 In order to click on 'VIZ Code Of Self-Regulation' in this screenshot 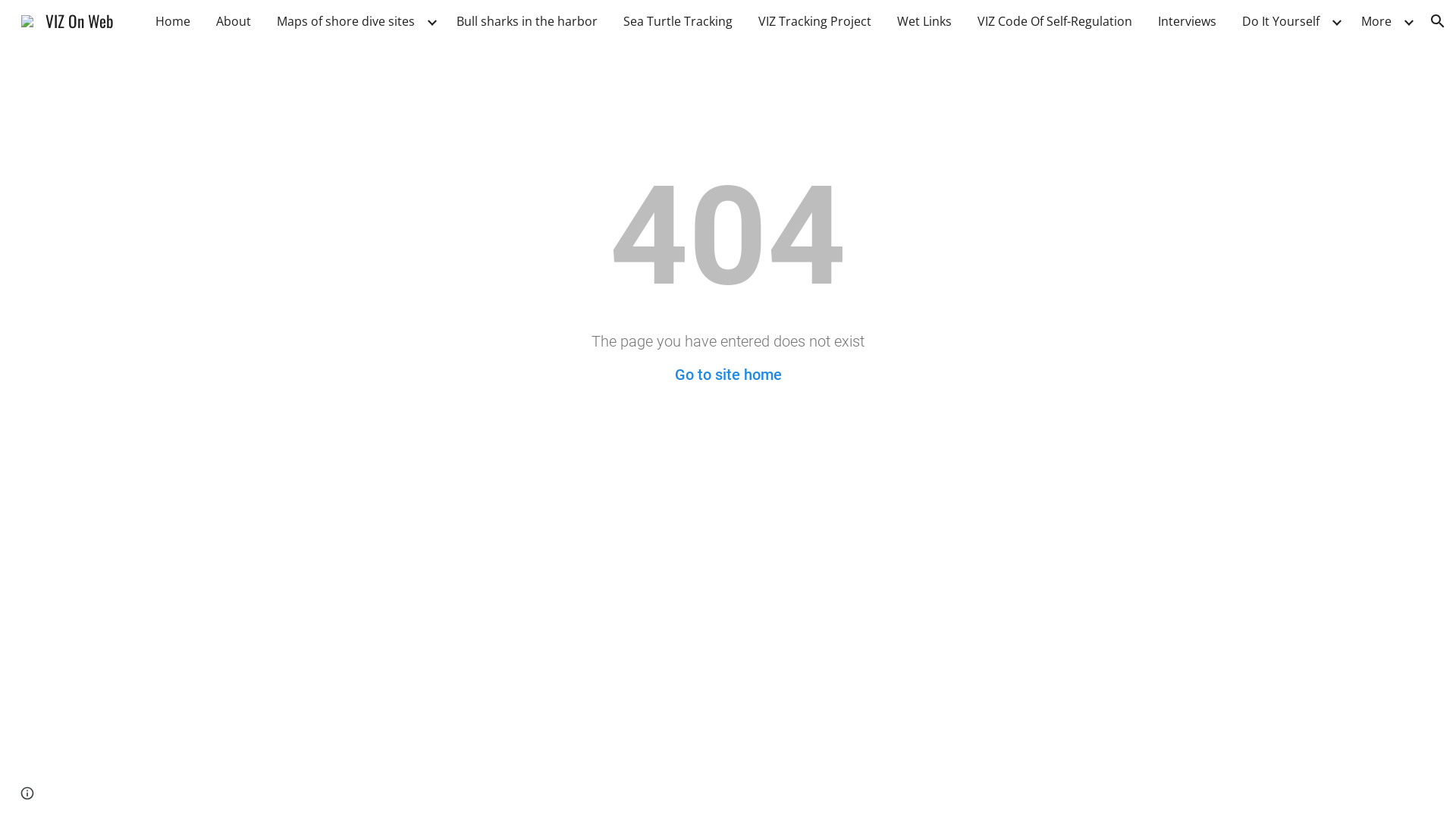, I will do `click(1054, 20)`.